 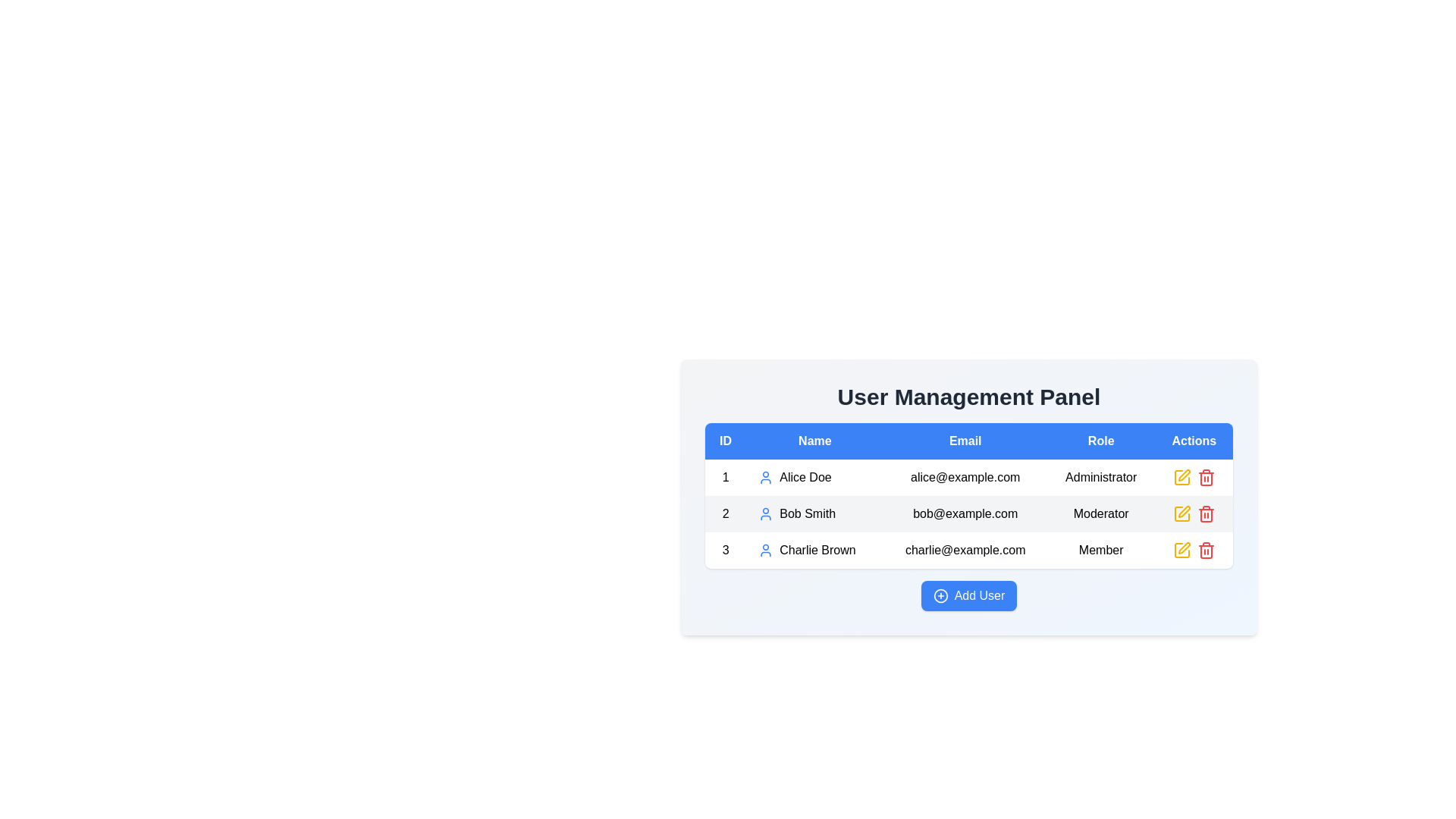 I want to click on the edit button for user 'Bob Smith', so click(x=1181, y=513).